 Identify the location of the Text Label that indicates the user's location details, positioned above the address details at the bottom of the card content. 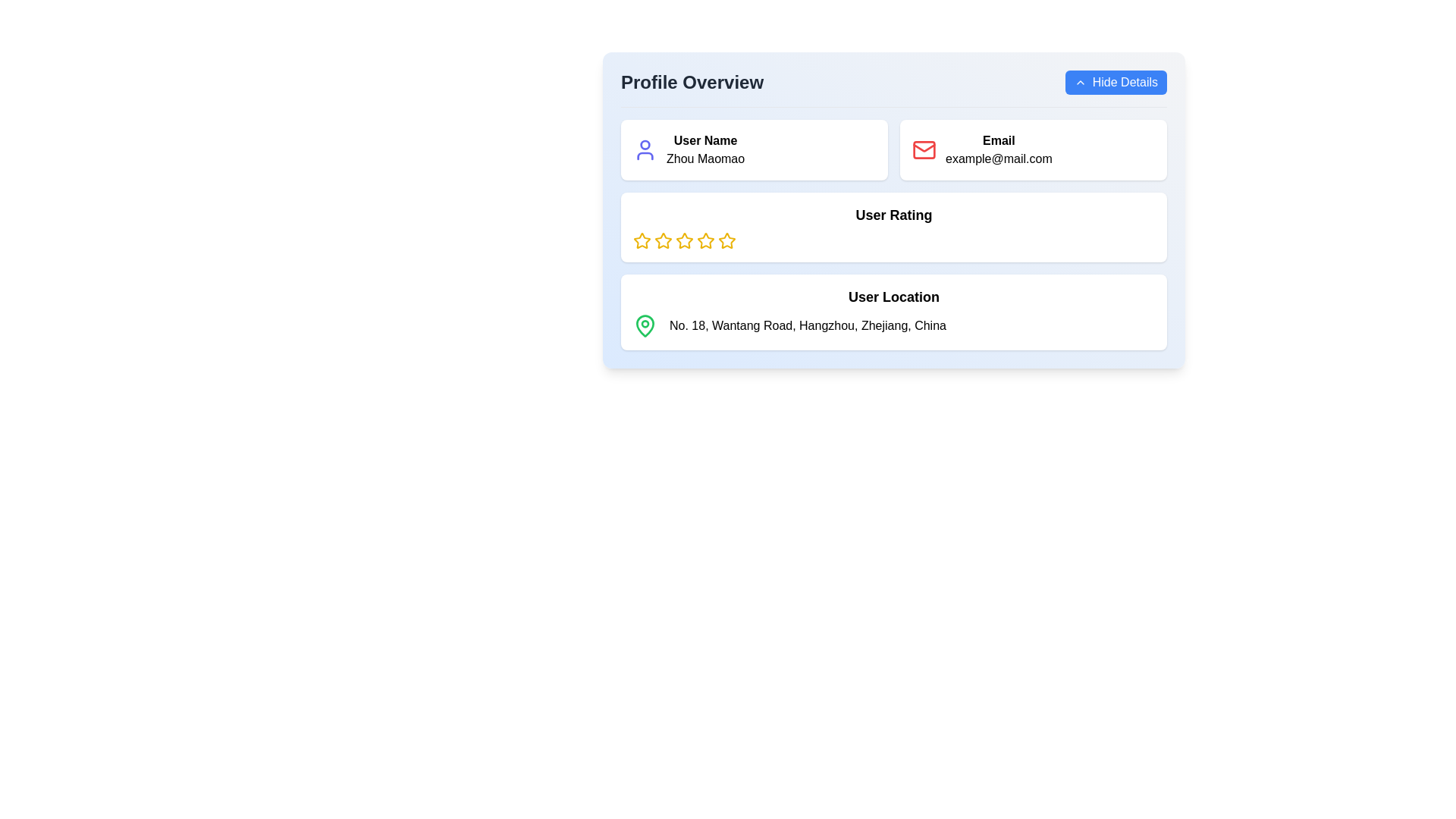
(894, 297).